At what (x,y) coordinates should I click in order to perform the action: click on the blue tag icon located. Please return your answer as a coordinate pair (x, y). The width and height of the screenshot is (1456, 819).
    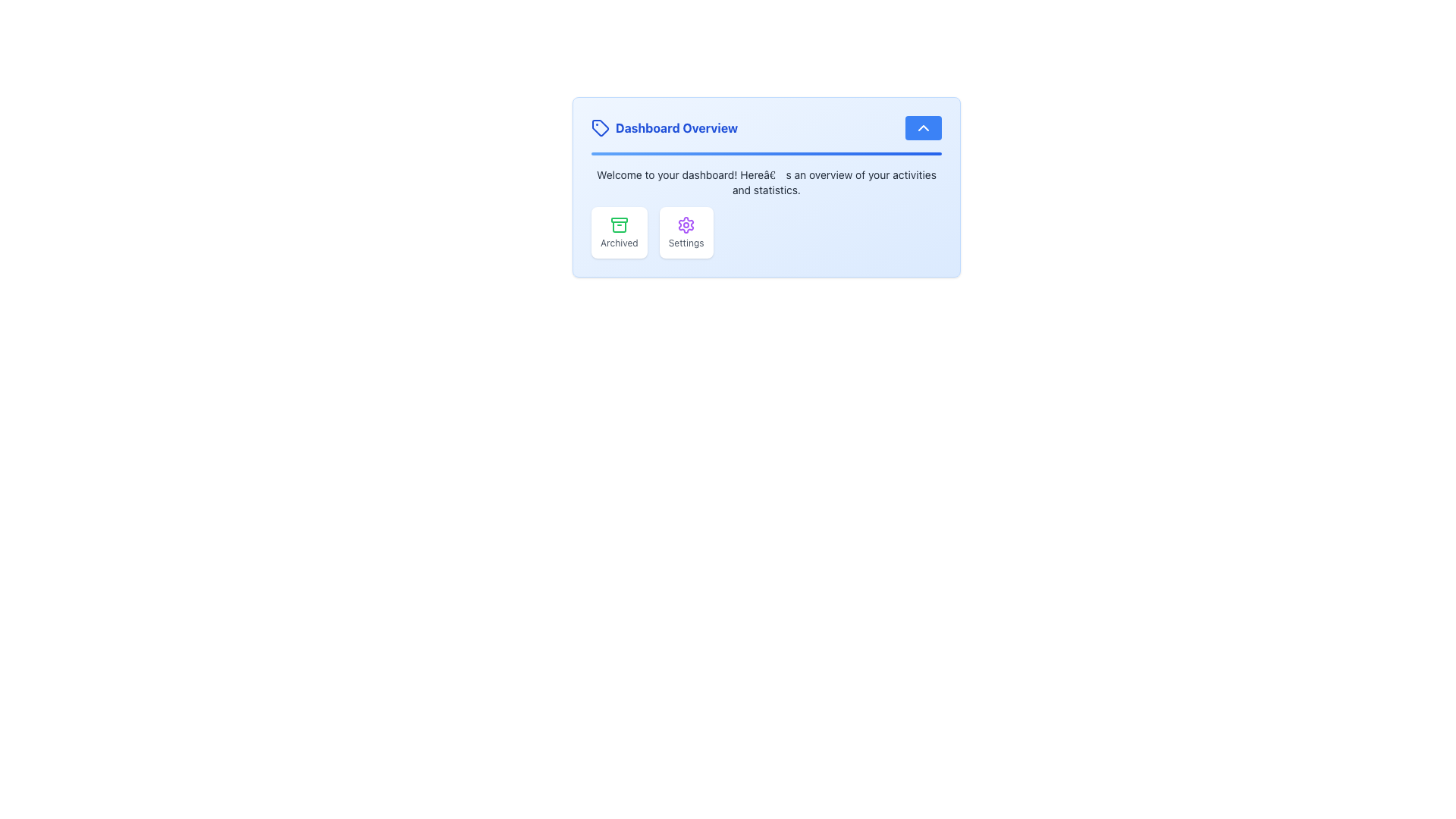
    Looking at the image, I should click on (600, 127).